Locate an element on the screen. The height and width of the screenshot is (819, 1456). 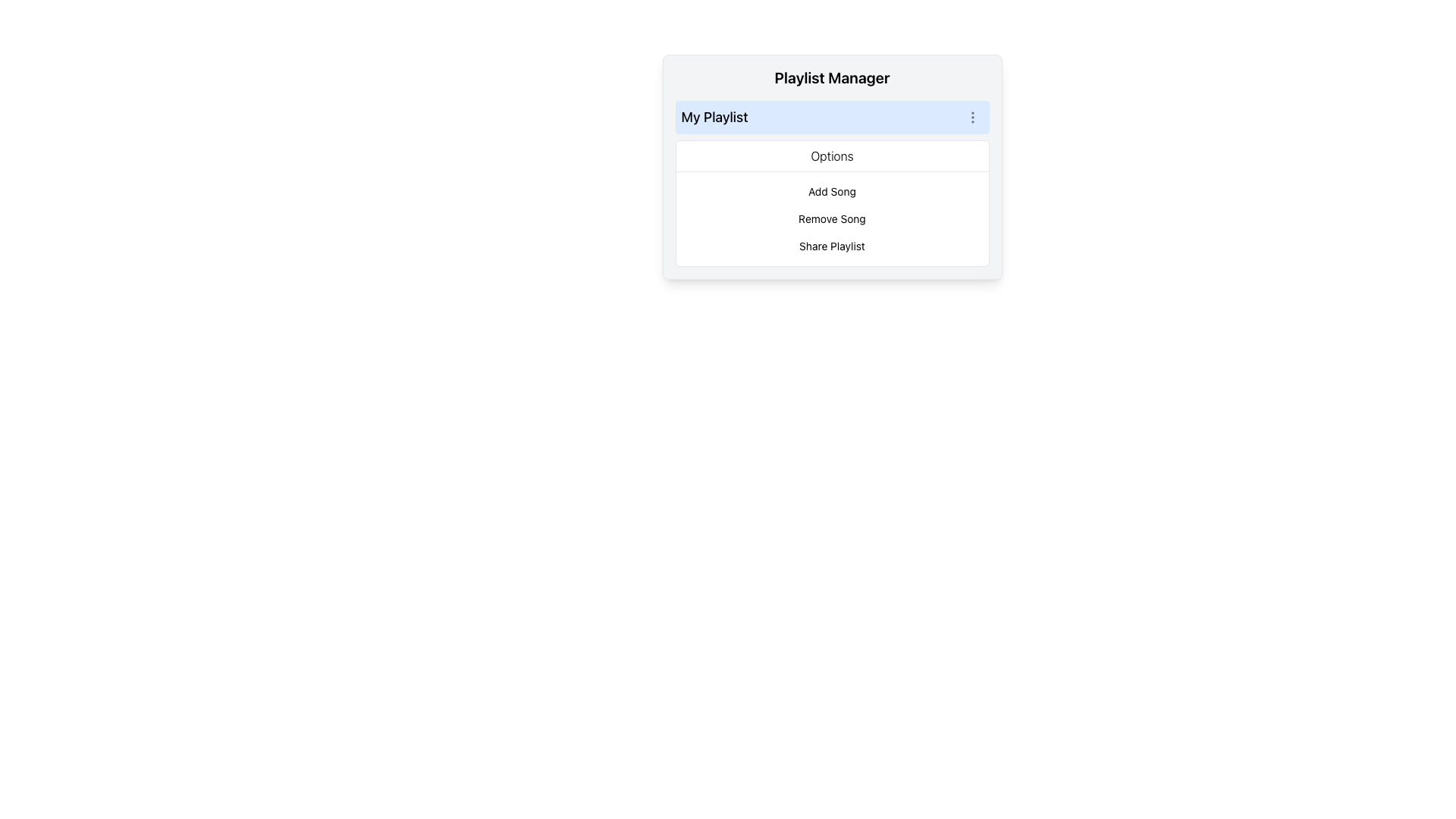
the vertical ellipsis icon located at the top-right edge of the 'My Playlist' row is located at coordinates (972, 116).